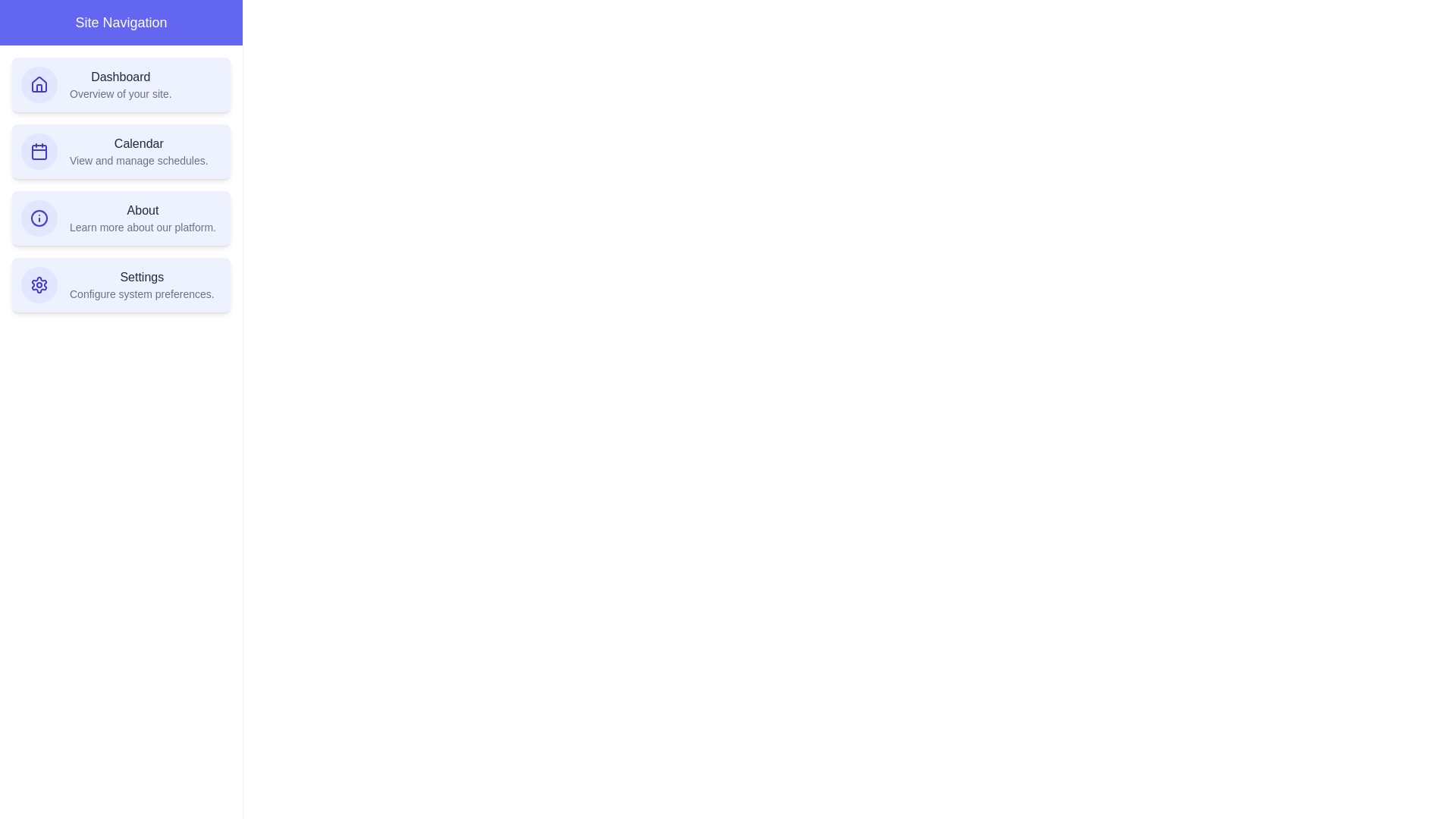  Describe the element at coordinates (142, 210) in the screenshot. I see `the text of the navigation item About` at that location.